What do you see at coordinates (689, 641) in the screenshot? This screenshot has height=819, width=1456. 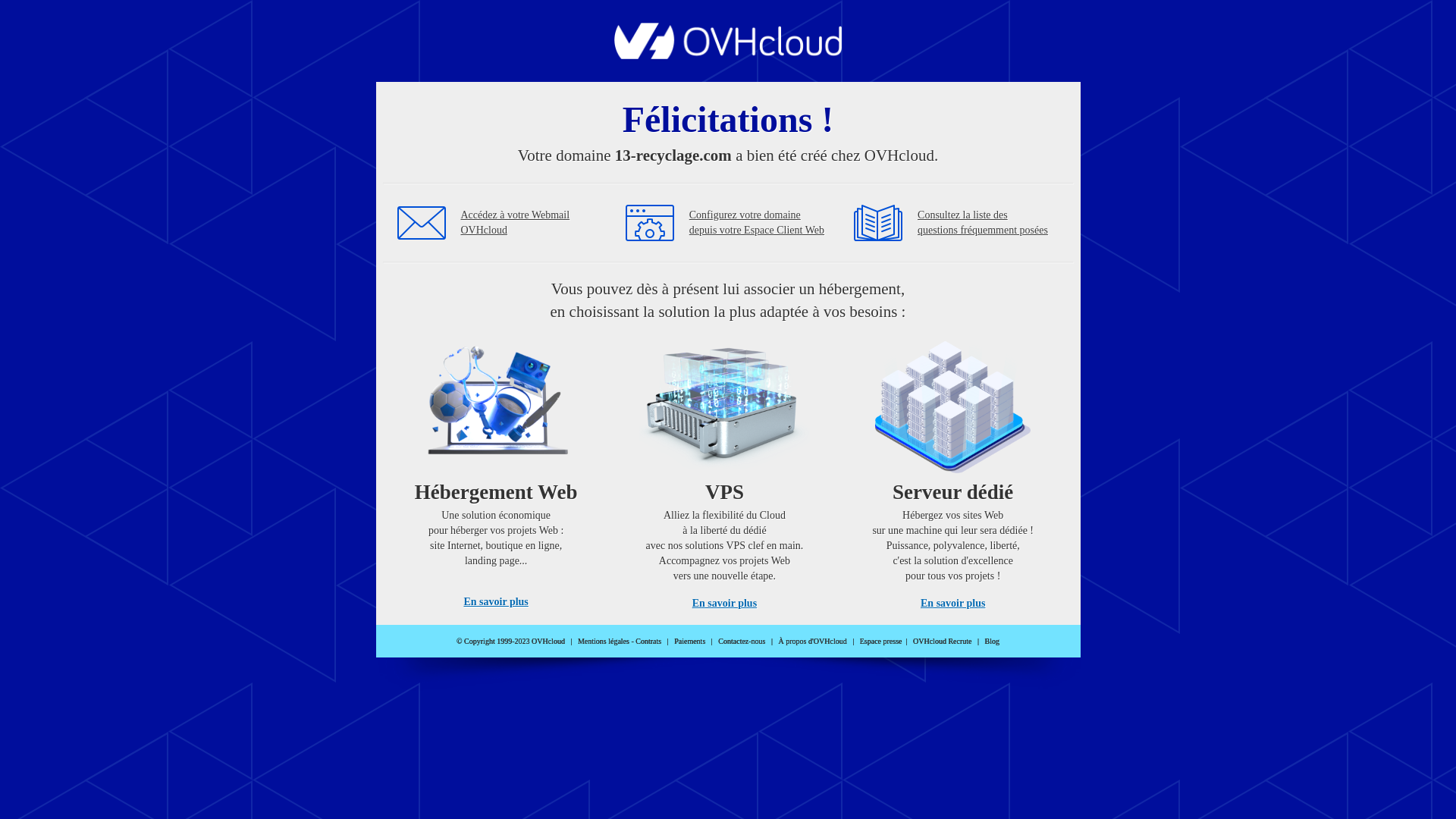 I see `'Paiements'` at bounding box center [689, 641].